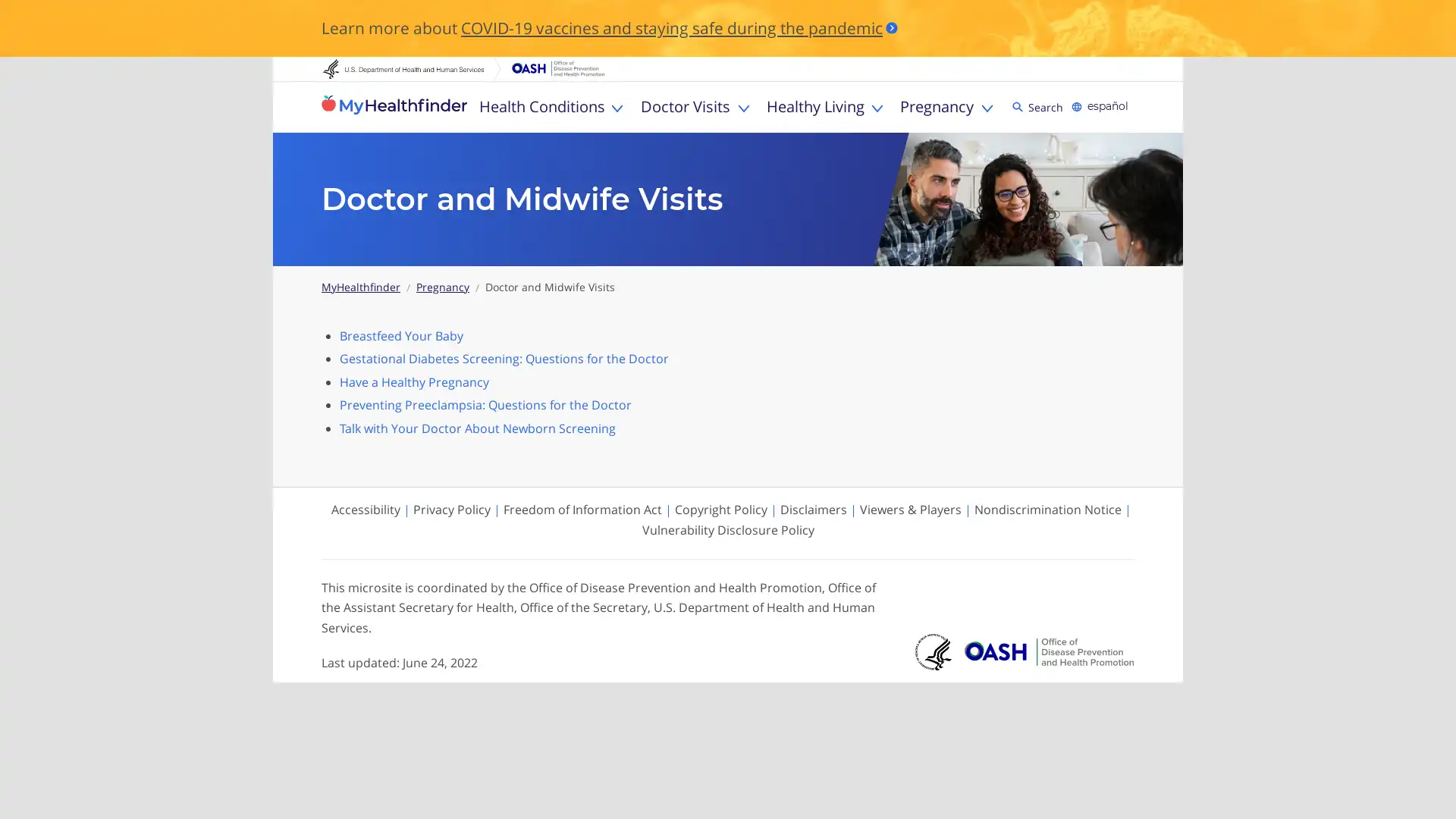 The height and width of the screenshot is (819, 1456). I want to click on Search, so click(1039, 105).